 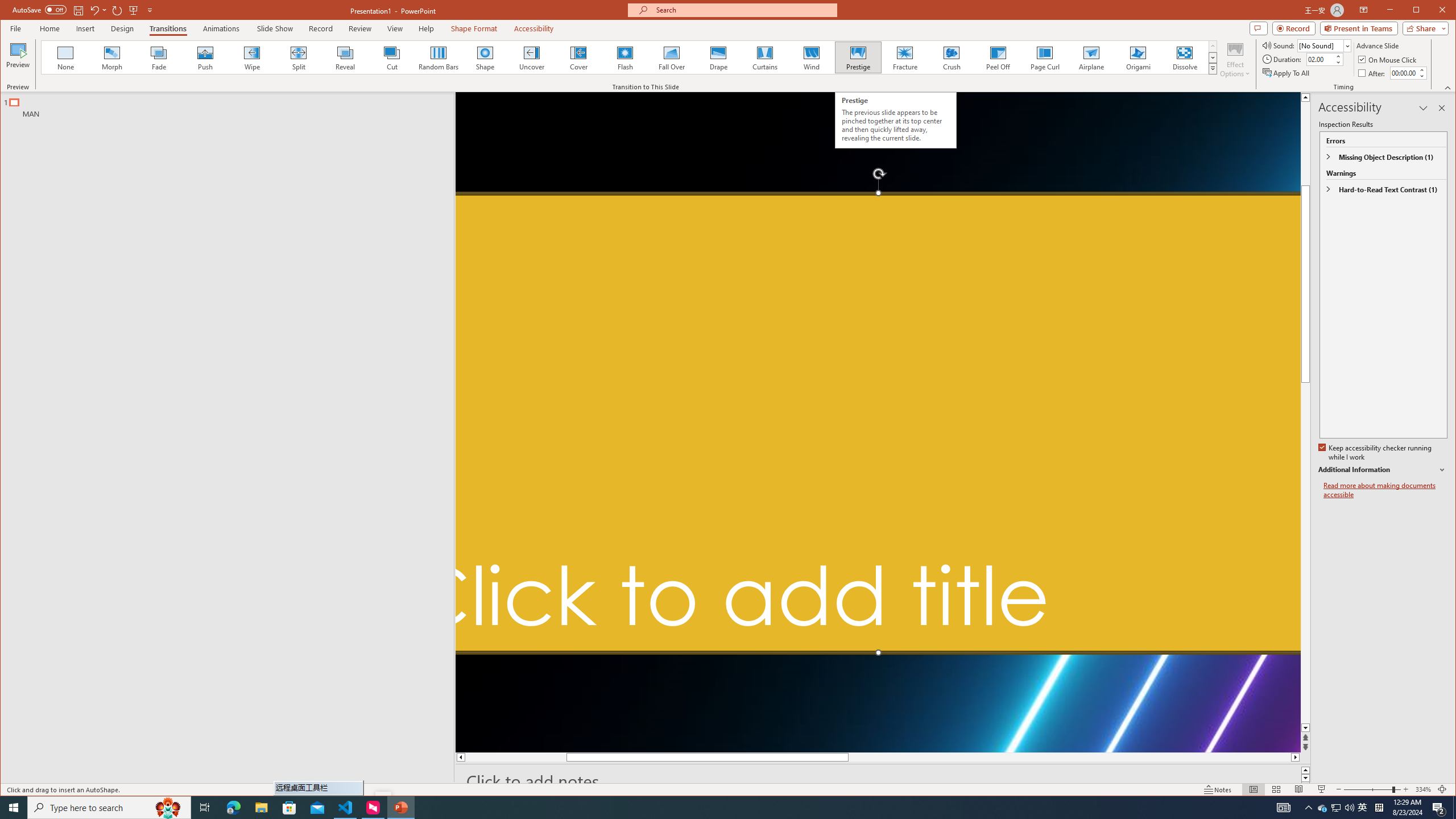 What do you see at coordinates (1423, 789) in the screenshot?
I see `'Zoom 334%'` at bounding box center [1423, 789].